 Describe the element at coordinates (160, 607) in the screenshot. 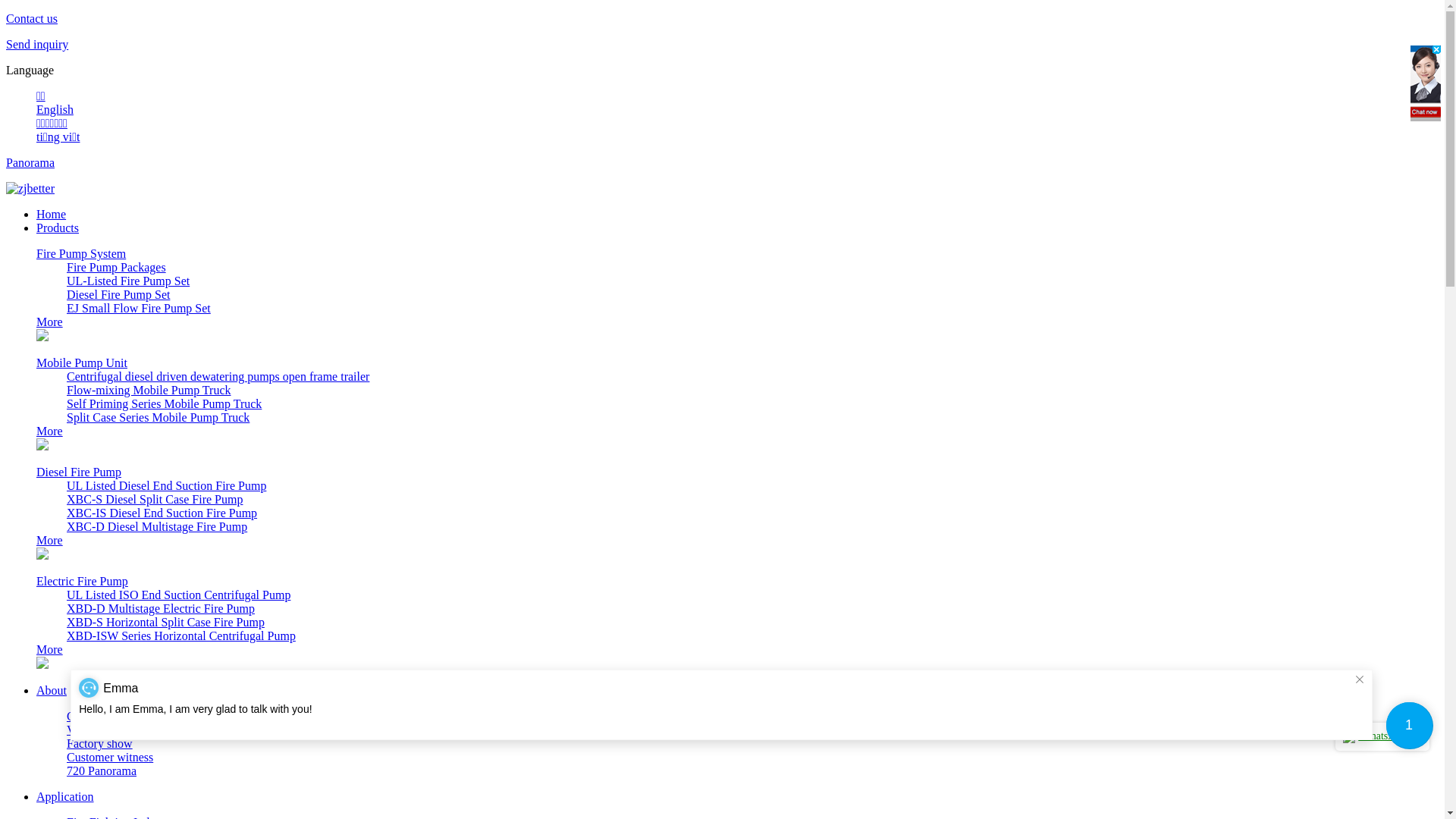

I see `'XBD-D Multistage Electric Fire Pump'` at that location.